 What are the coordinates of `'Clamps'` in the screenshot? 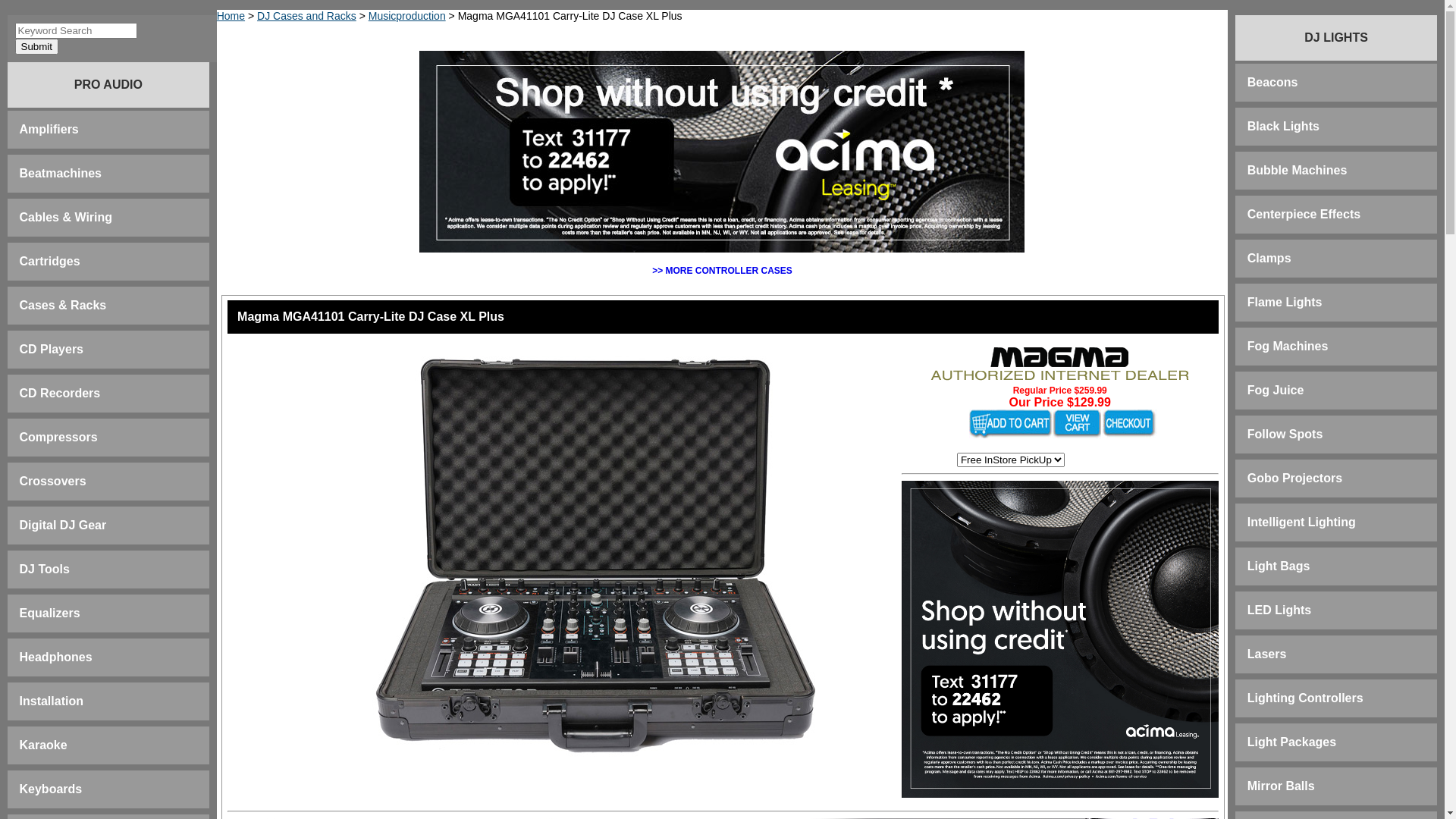 It's located at (1269, 257).